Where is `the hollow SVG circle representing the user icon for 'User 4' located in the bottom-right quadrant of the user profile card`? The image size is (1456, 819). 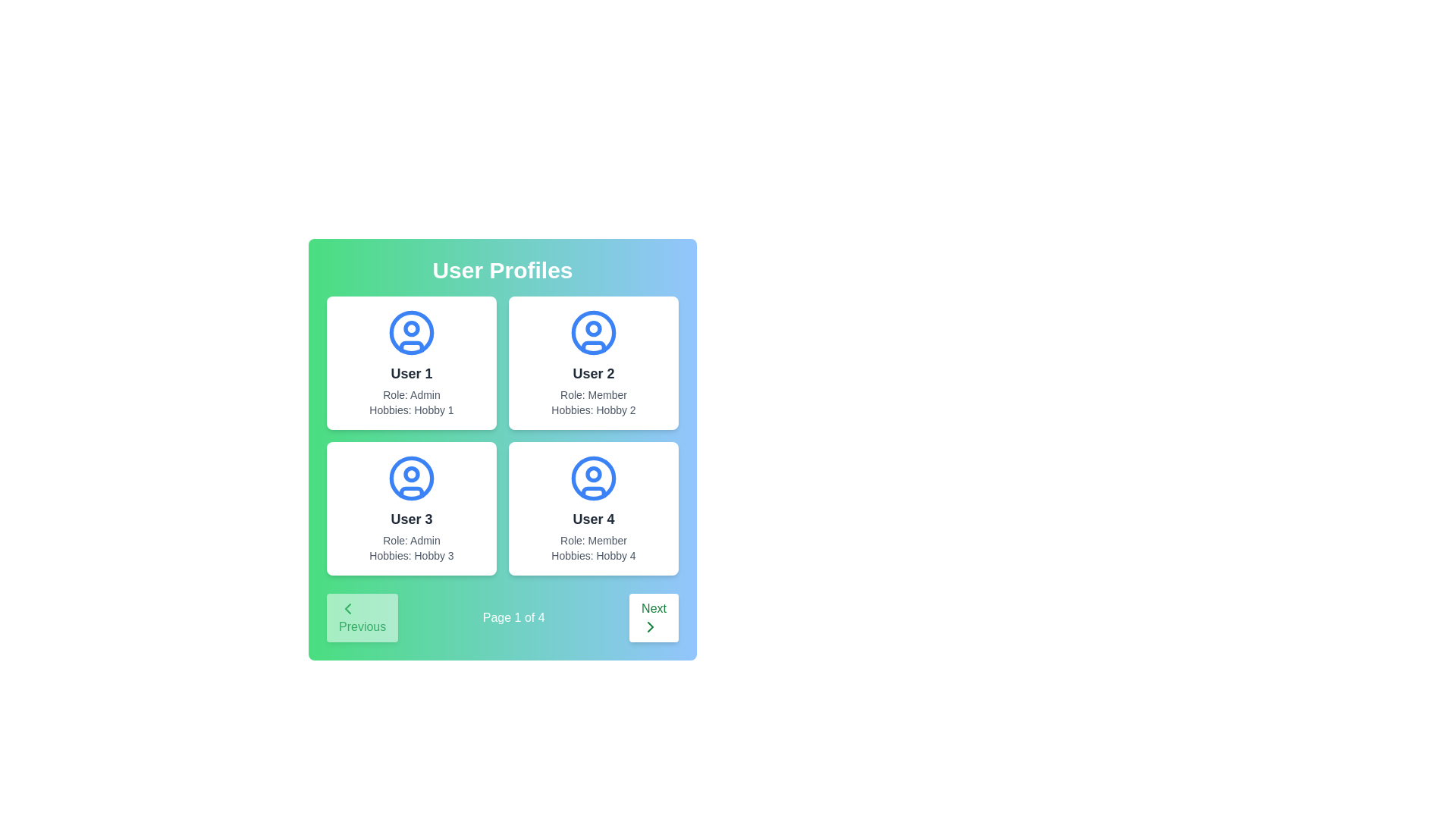
the hollow SVG circle representing the user icon for 'User 4' located in the bottom-right quadrant of the user profile card is located at coordinates (592, 479).